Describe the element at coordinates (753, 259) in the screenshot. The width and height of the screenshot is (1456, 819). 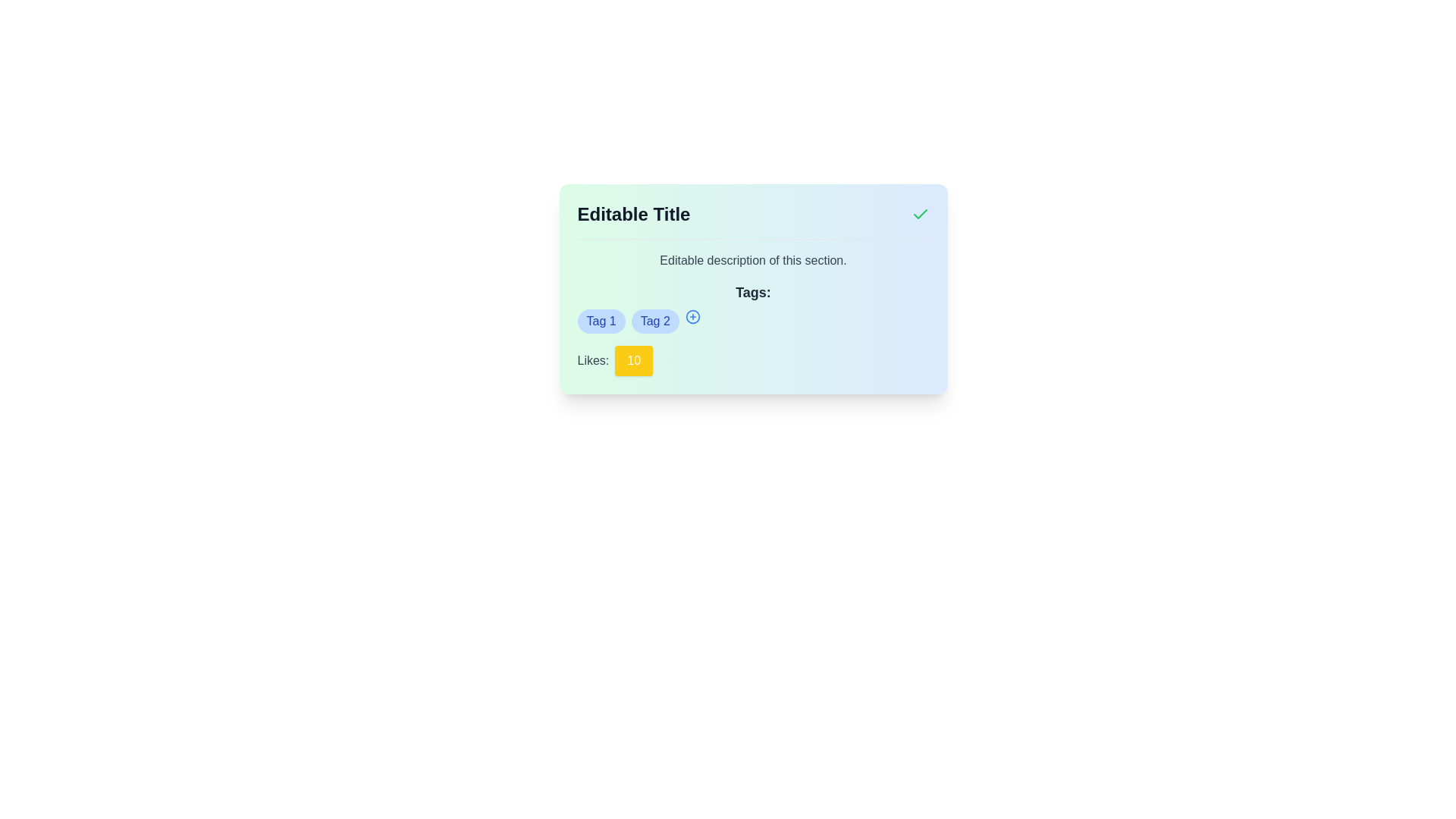
I see `the text line displaying 'Editable description of this section.' which is styled with gray color and changes to a darker gray on hover, located centrally within the card below 'Editable Title' and above the 'Tags:' section` at that location.